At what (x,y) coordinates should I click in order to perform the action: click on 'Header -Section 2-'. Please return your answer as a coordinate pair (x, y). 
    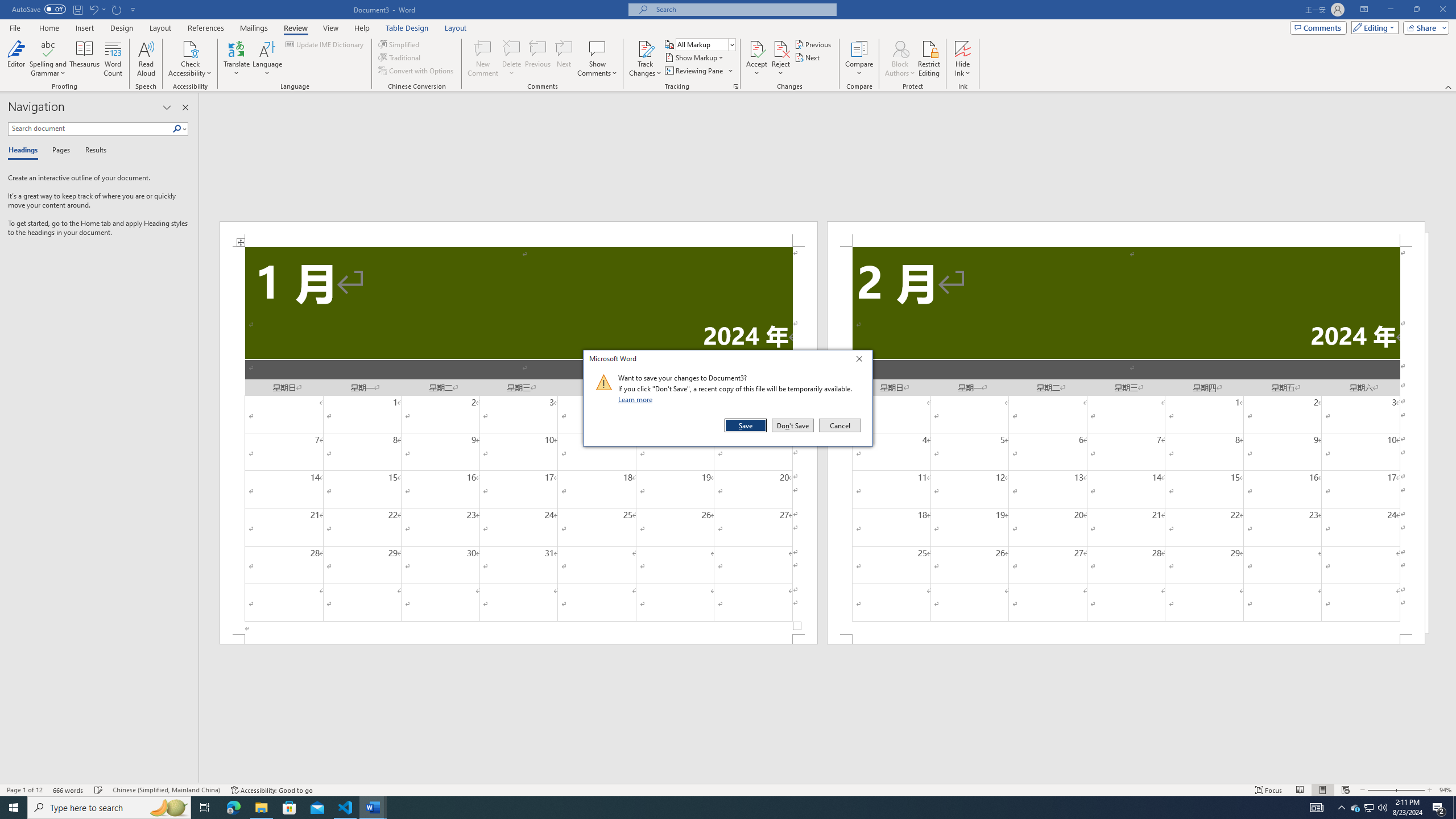
    Looking at the image, I should click on (1126, 233).